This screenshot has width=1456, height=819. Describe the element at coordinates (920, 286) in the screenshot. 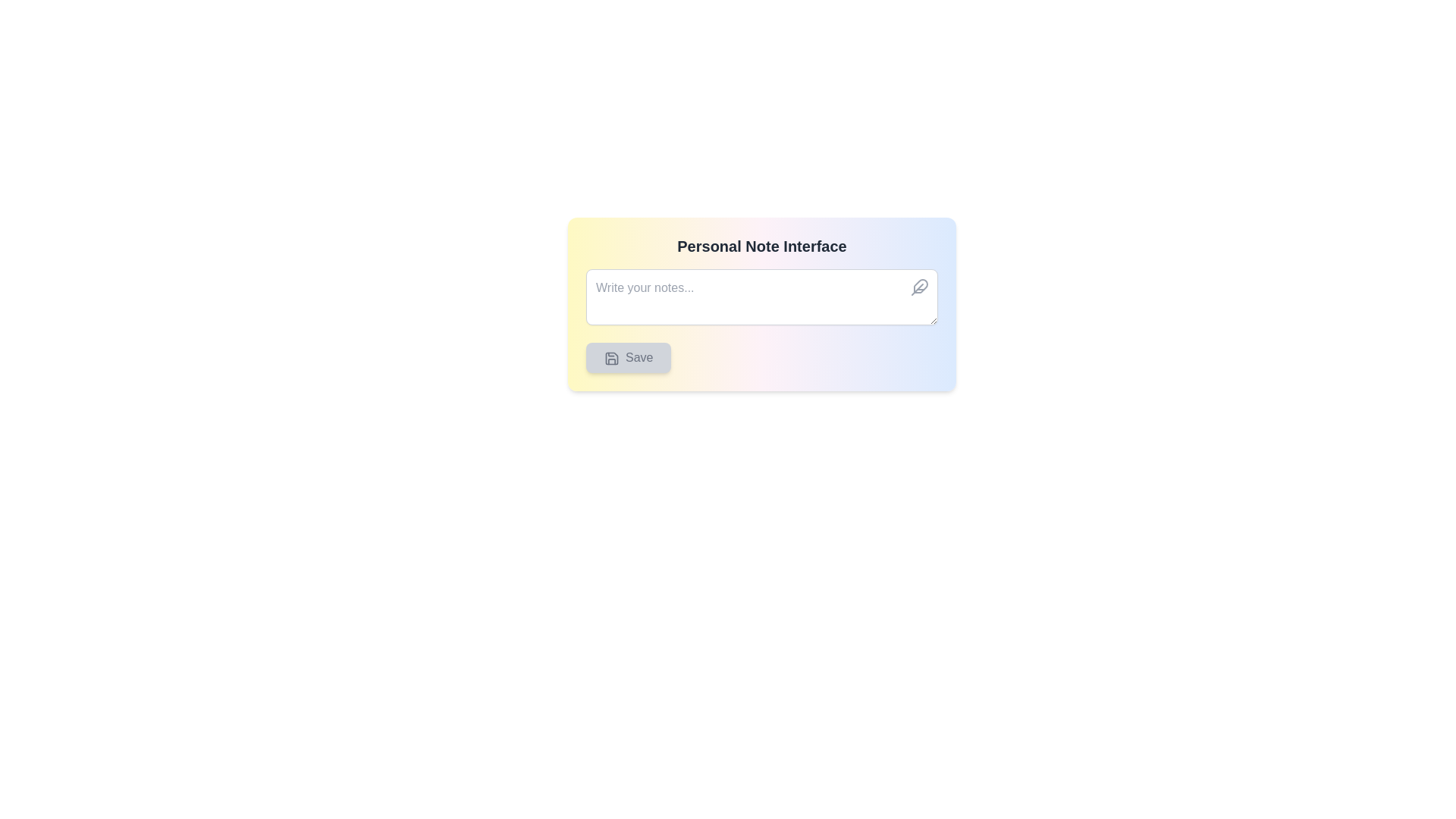

I see `the feather icon located in the upper-right corner of the text input box` at that location.